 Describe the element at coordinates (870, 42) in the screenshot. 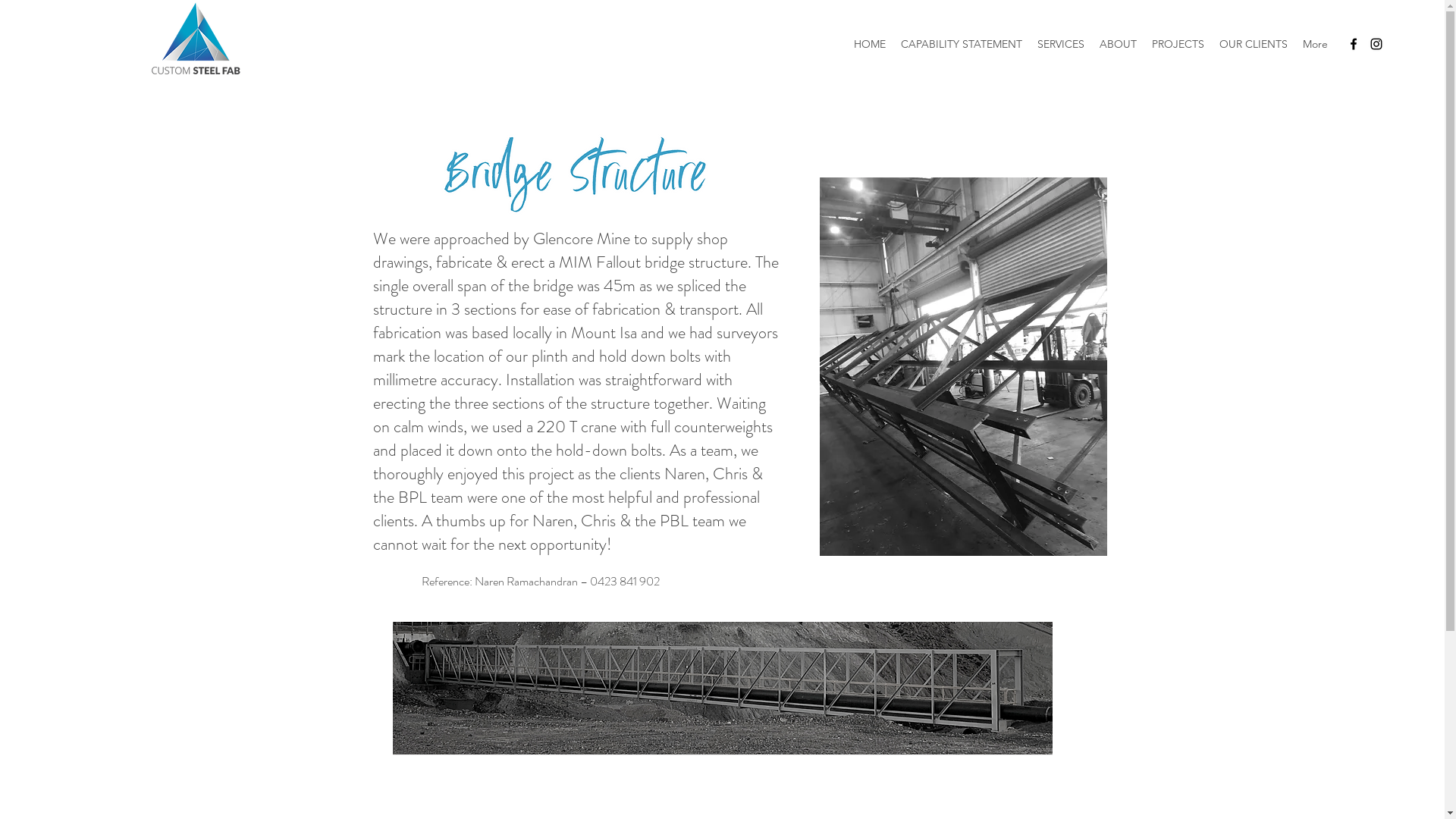

I see `'HOME'` at that location.